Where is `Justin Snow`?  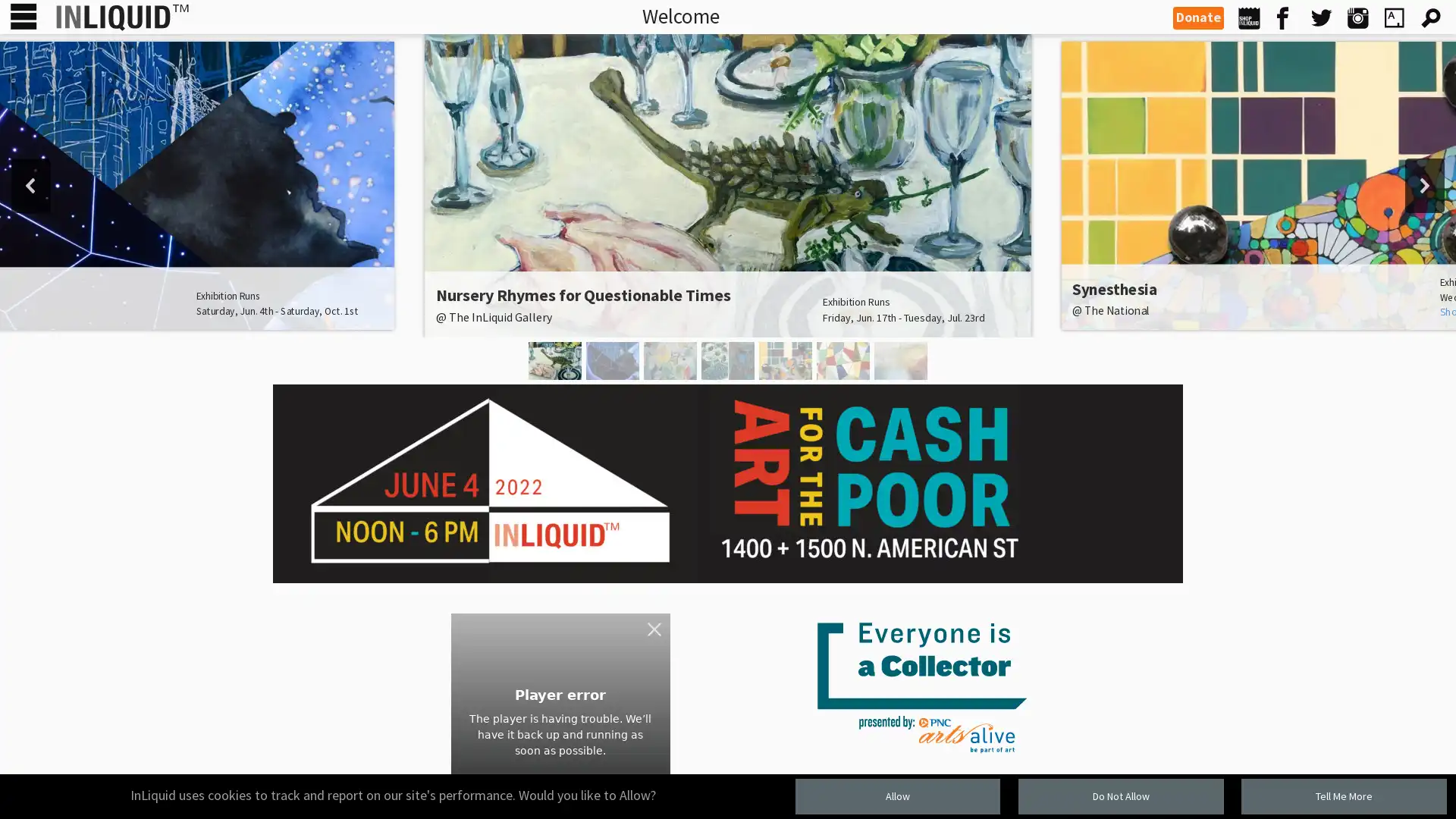 Justin Snow is located at coordinates (900, 360).